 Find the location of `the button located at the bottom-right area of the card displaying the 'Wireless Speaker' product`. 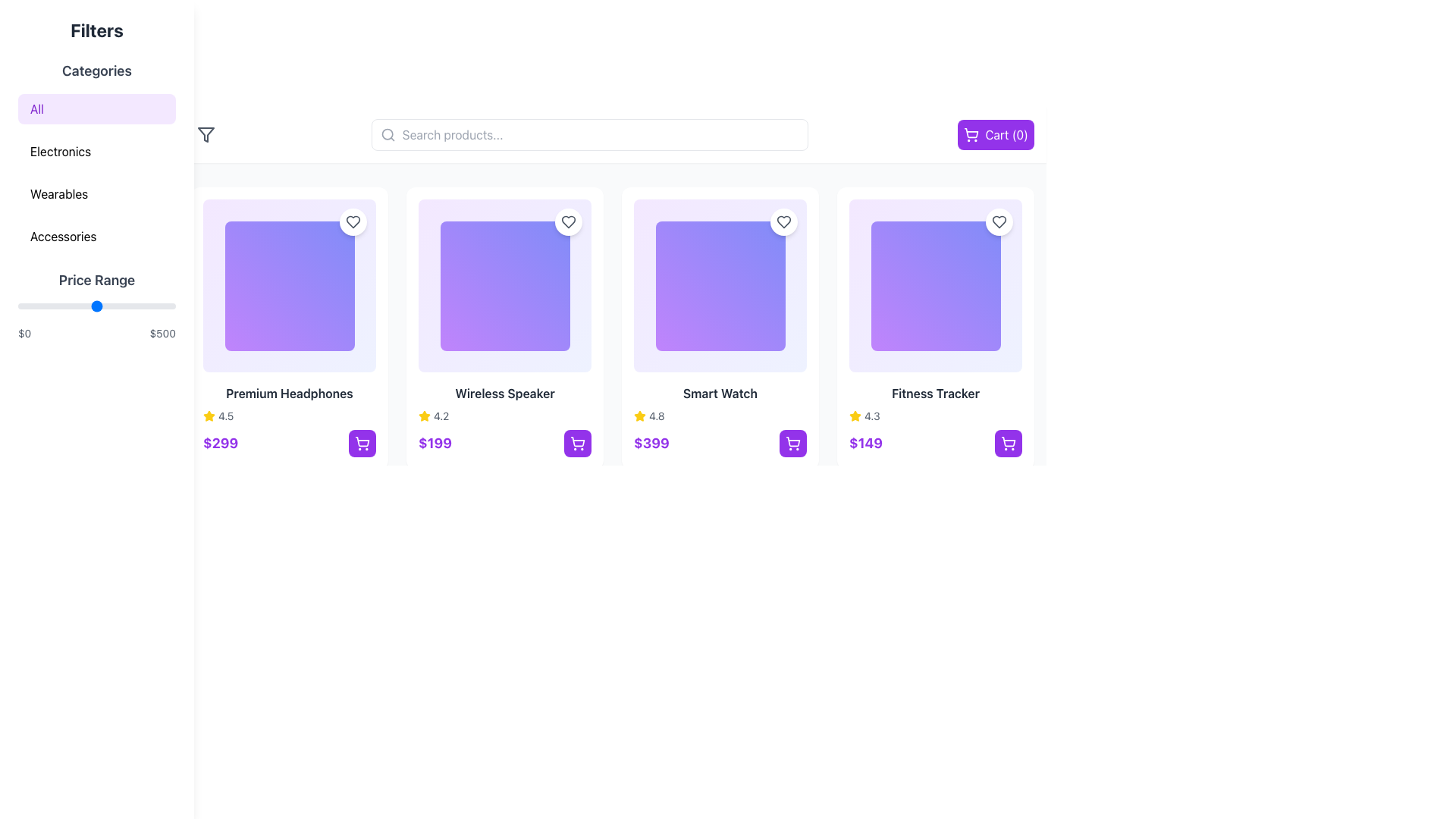

the button located at the bottom-right area of the card displaying the 'Wireless Speaker' product is located at coordinates (577, 444).